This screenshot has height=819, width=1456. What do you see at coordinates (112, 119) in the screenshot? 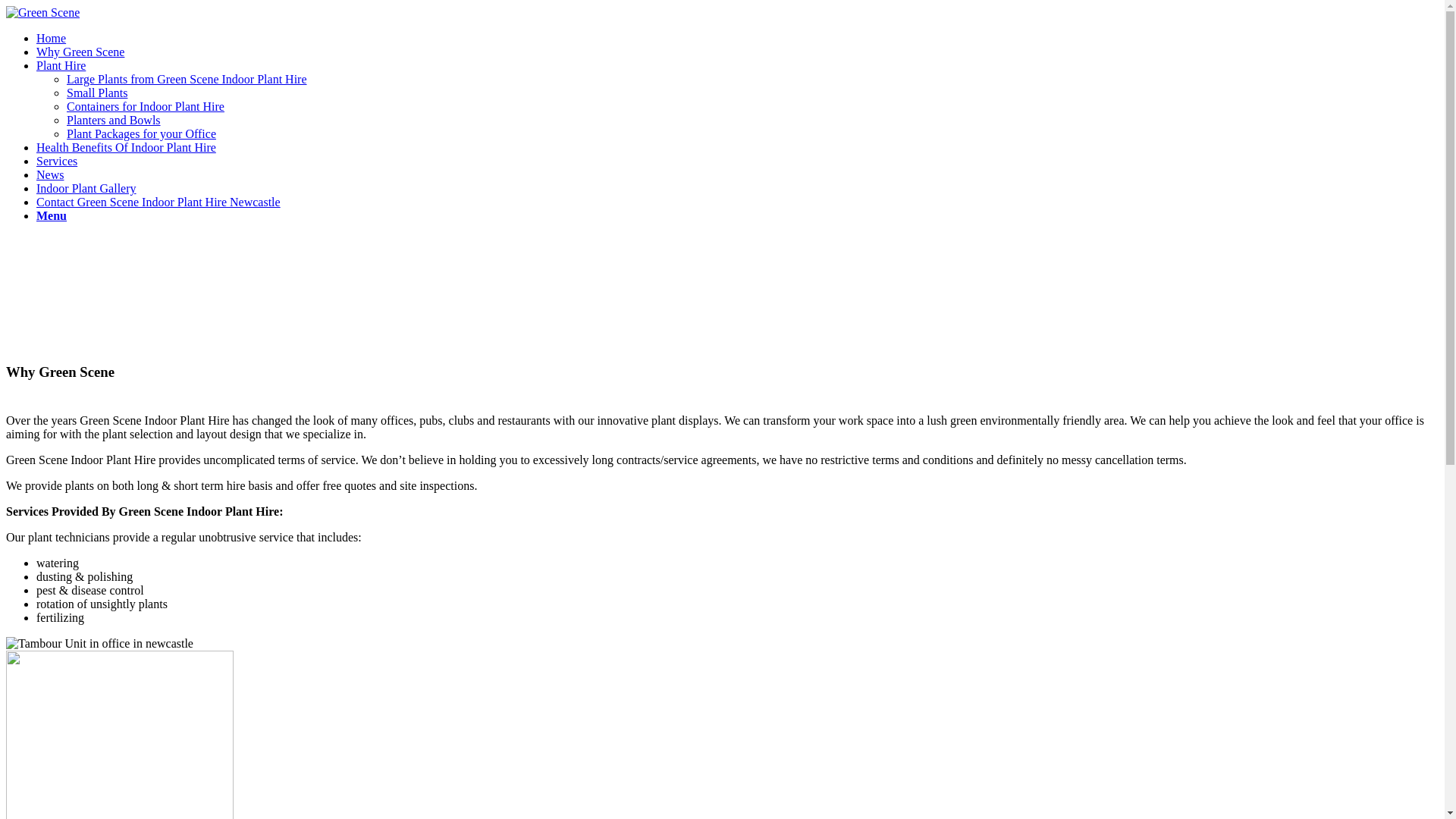
I see `'Planters and Bowls'` at bounding box center [112, 119].